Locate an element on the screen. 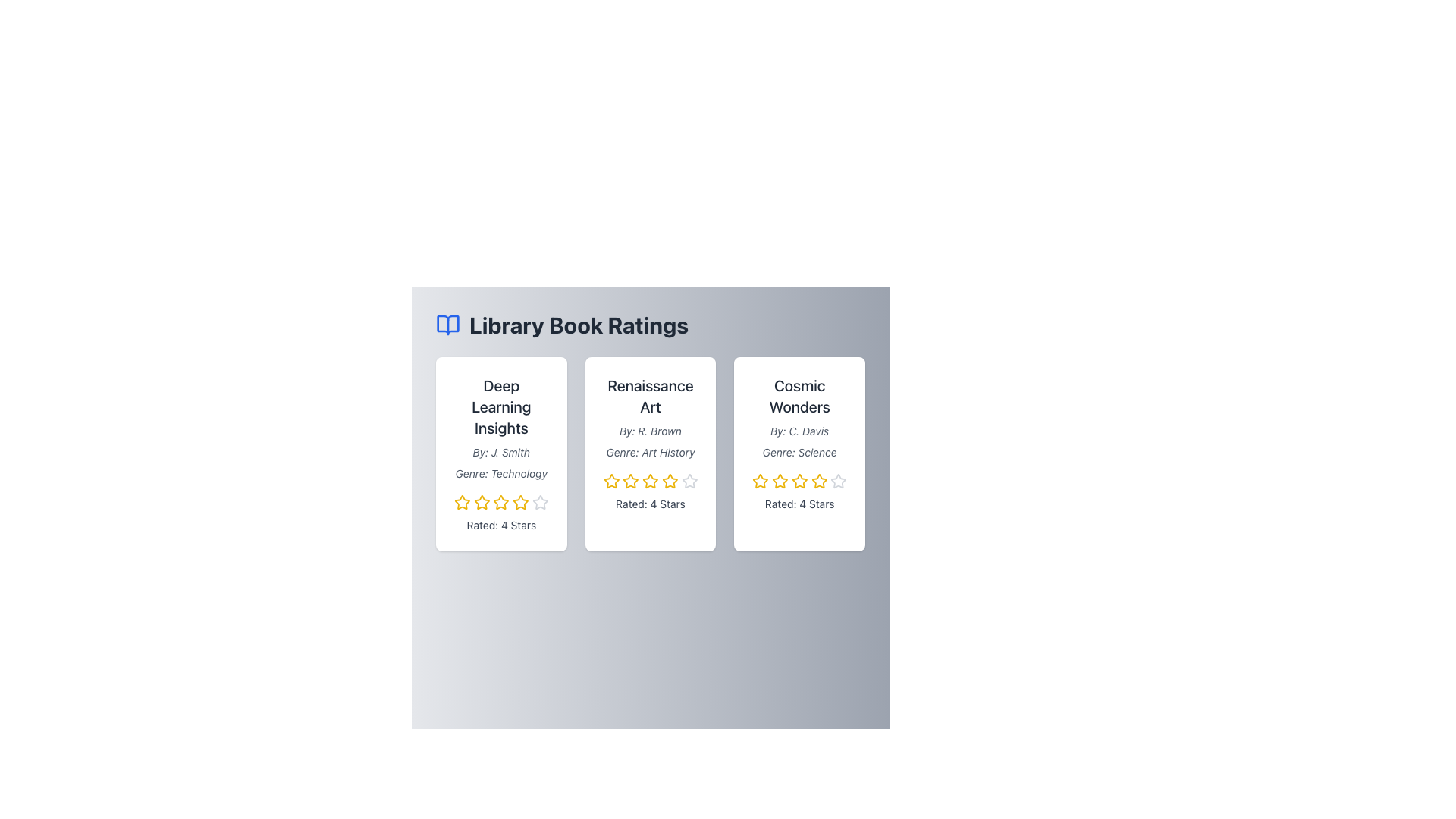  the second star icon in the rating system for the 'Renaissance Art' book to provide or view ratings is located at coordinates (611, 481).